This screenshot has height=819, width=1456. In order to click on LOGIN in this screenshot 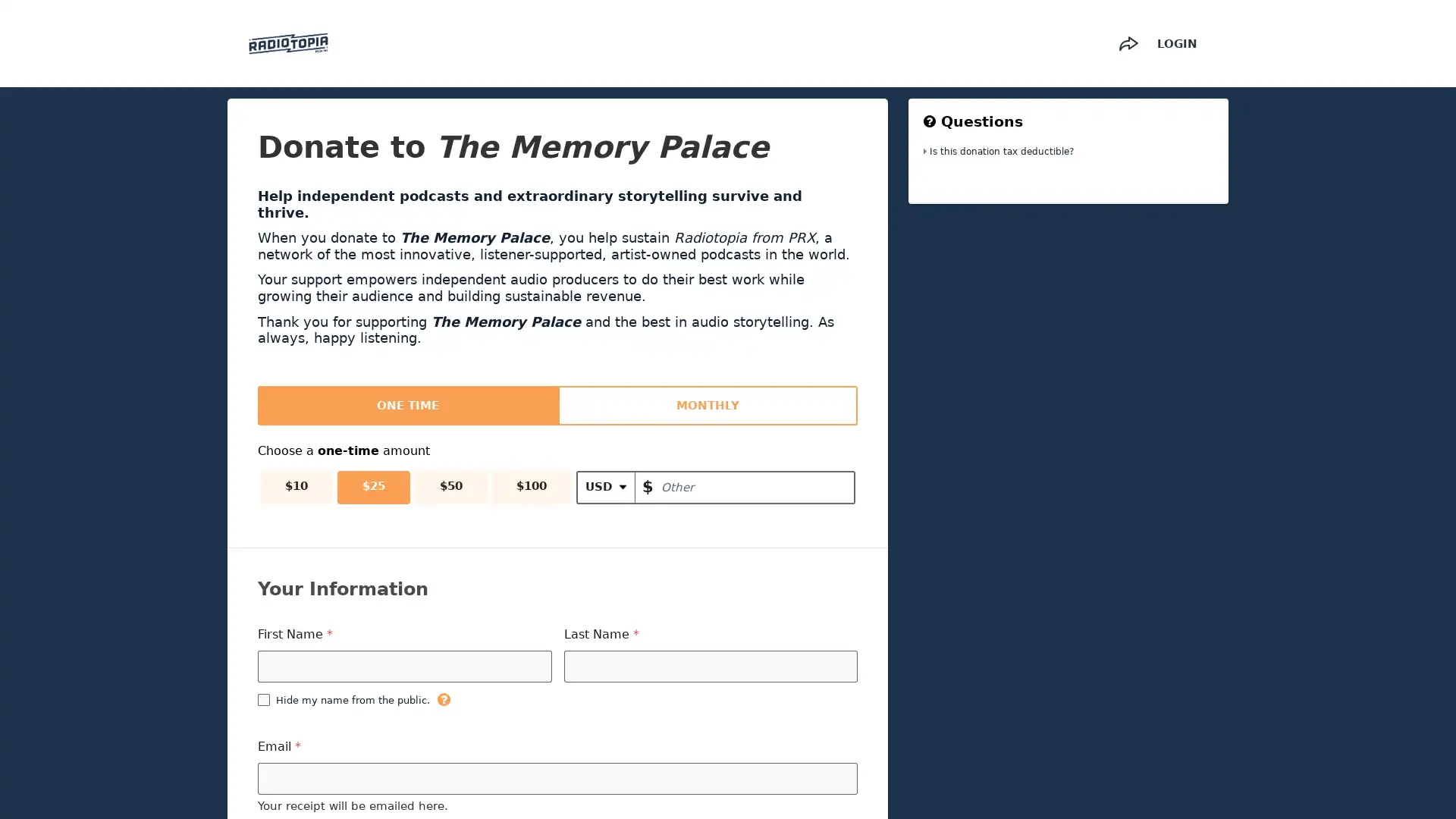, I will do `click(1179, 42)`.